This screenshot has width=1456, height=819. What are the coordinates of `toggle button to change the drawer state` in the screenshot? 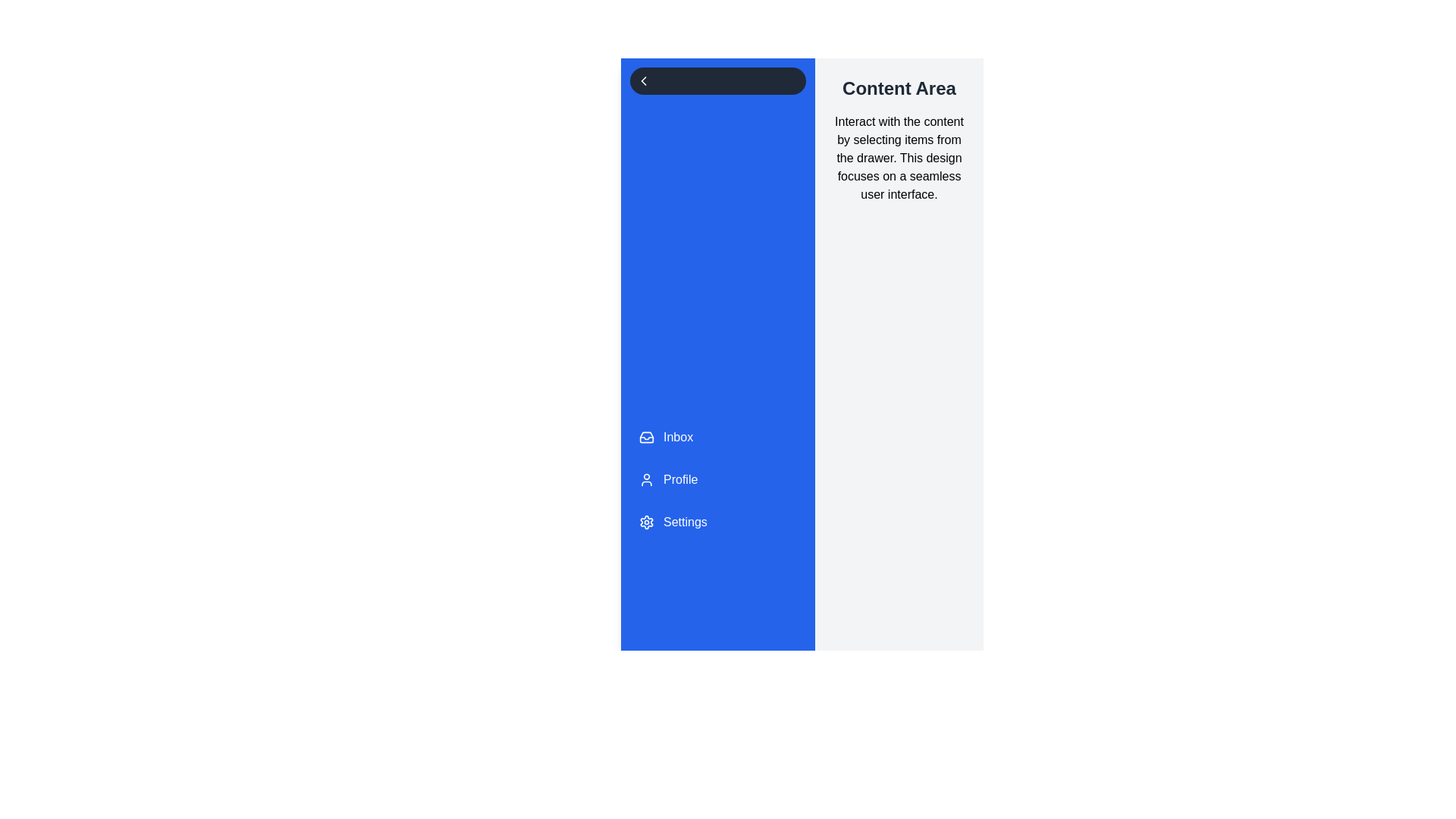 It's located at (717, 81).